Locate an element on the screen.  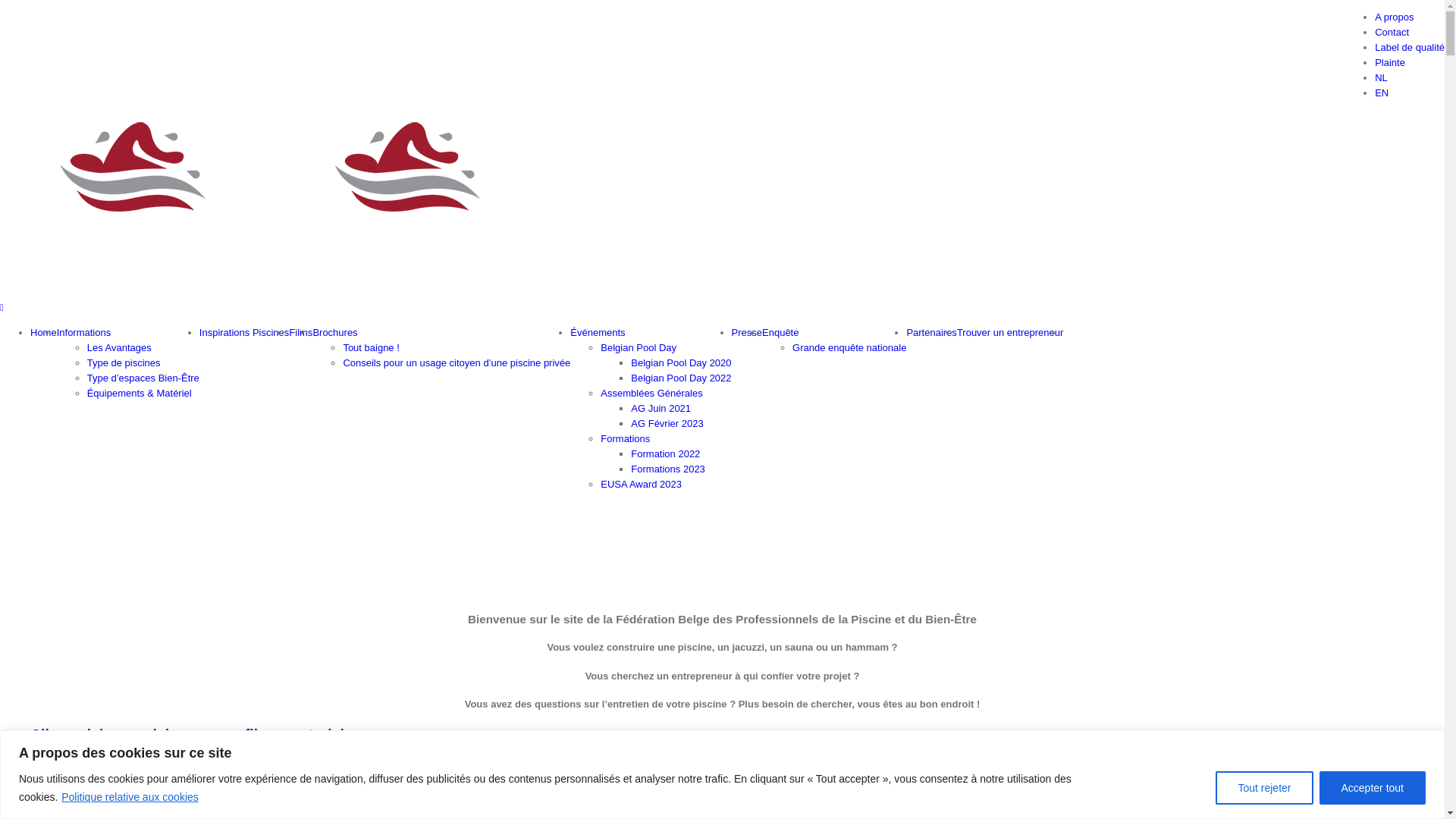
'Les Avantages' is located at coordinates (118, 347).